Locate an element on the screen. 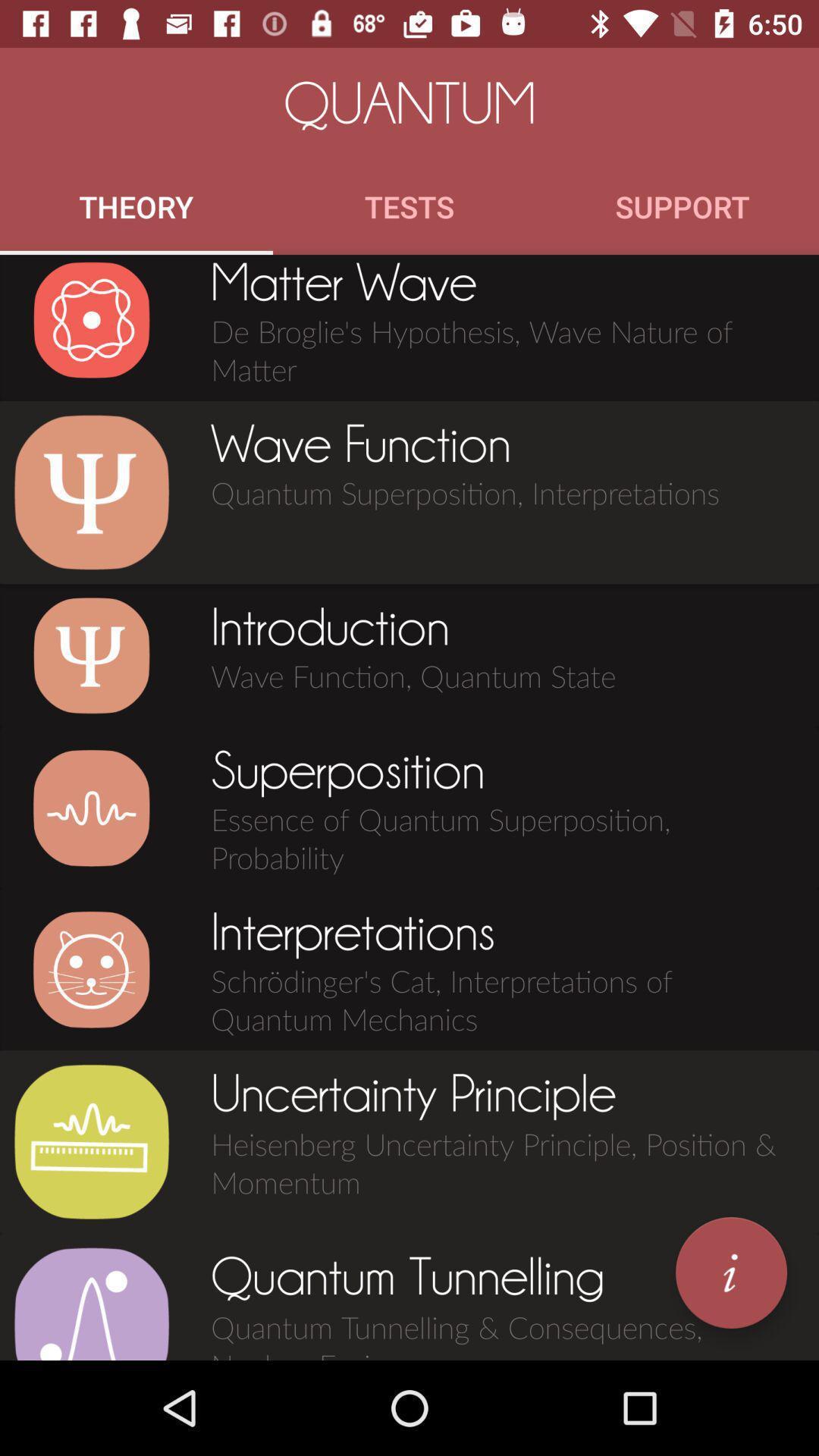 The image size is (819, 1456). information is located at coordinates (730, 1272).